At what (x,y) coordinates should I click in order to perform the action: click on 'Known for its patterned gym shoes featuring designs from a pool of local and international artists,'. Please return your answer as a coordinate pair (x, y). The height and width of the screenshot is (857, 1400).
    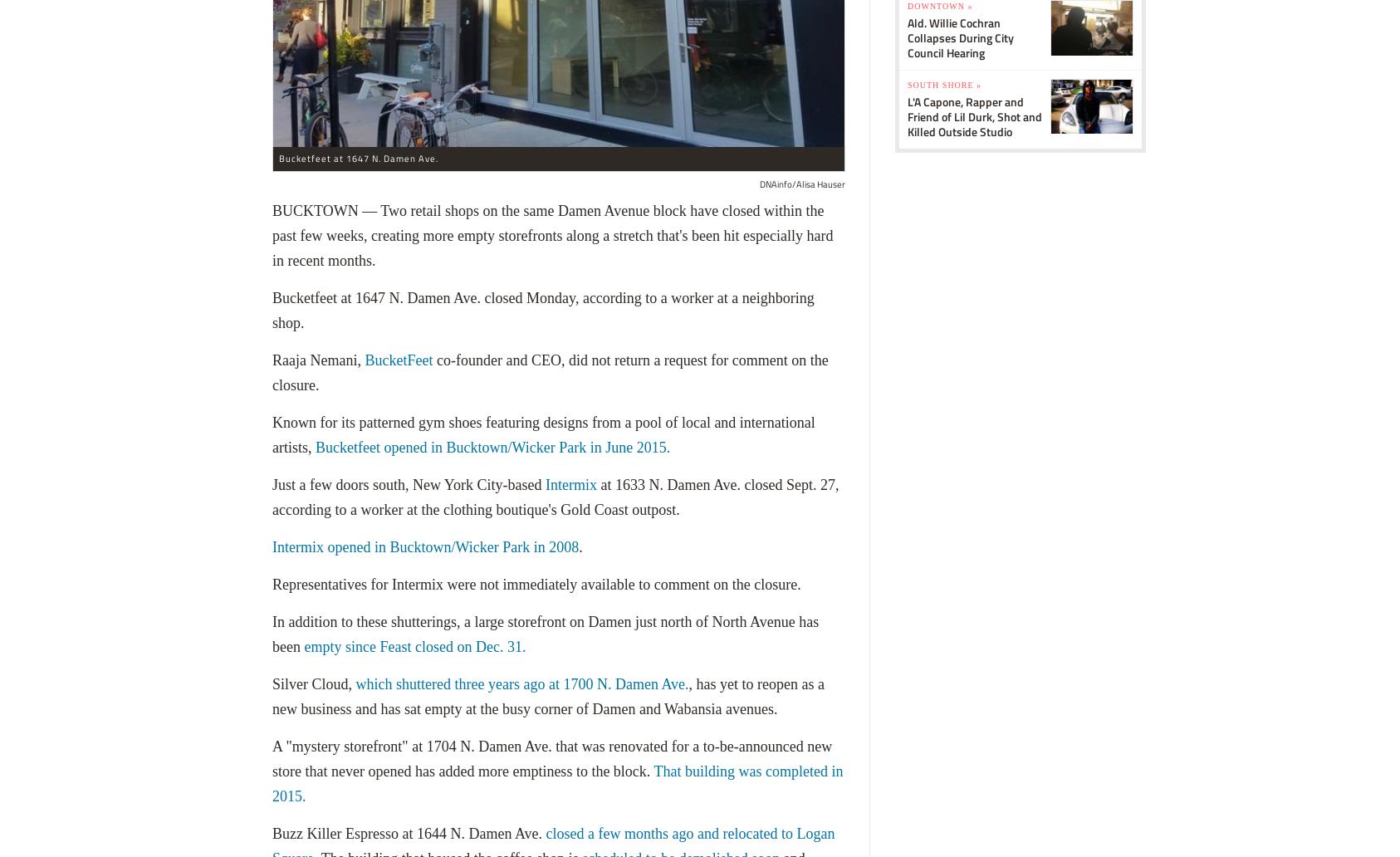
    Looking at the image, I should click on (542, 435).